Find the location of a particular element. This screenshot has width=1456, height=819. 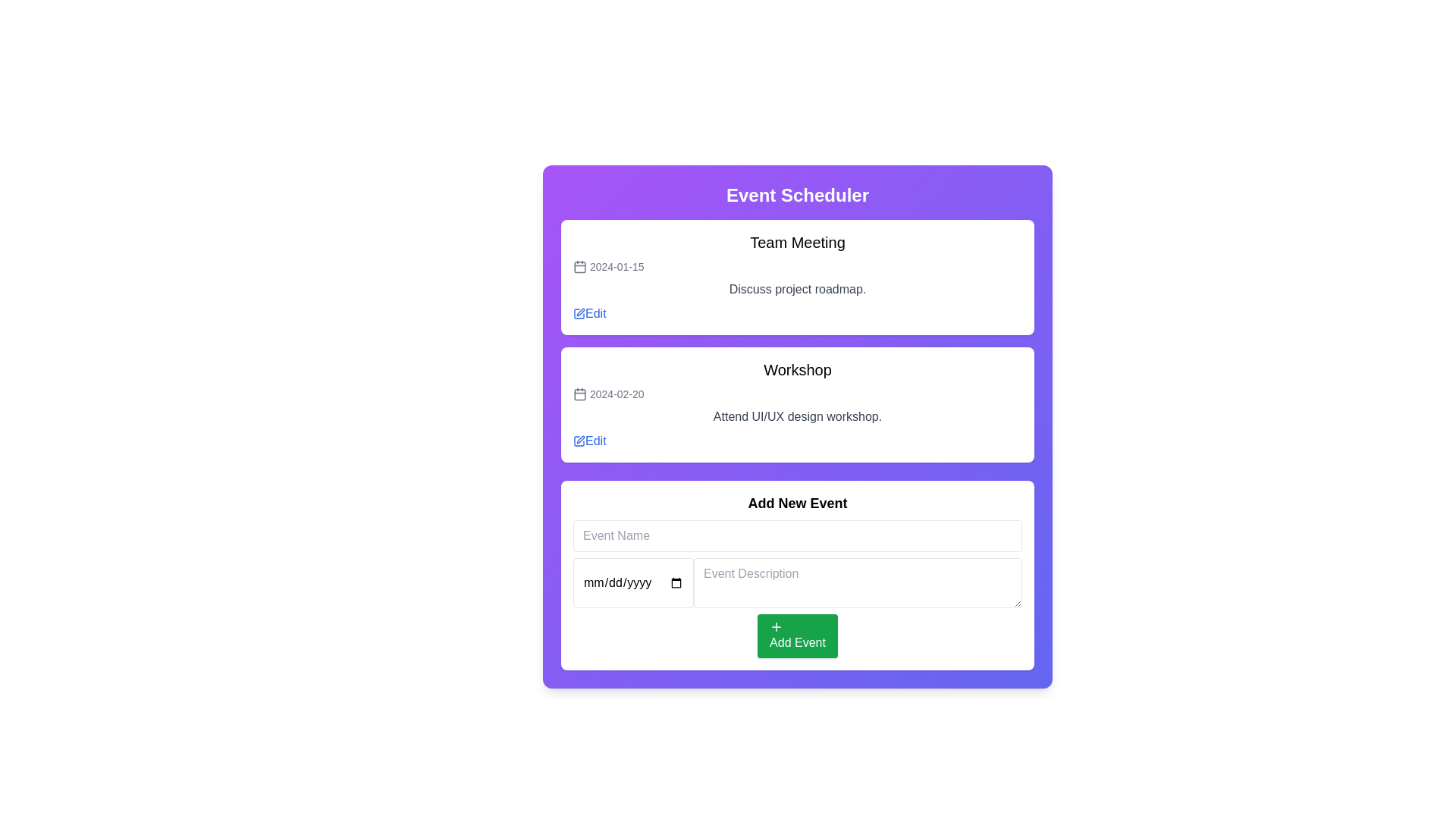

the static text component labeled 'Add New Event' which is styled in bold, large sans-serif font and located above the input field for 'Event Name' is located at coordinates (796, 503).